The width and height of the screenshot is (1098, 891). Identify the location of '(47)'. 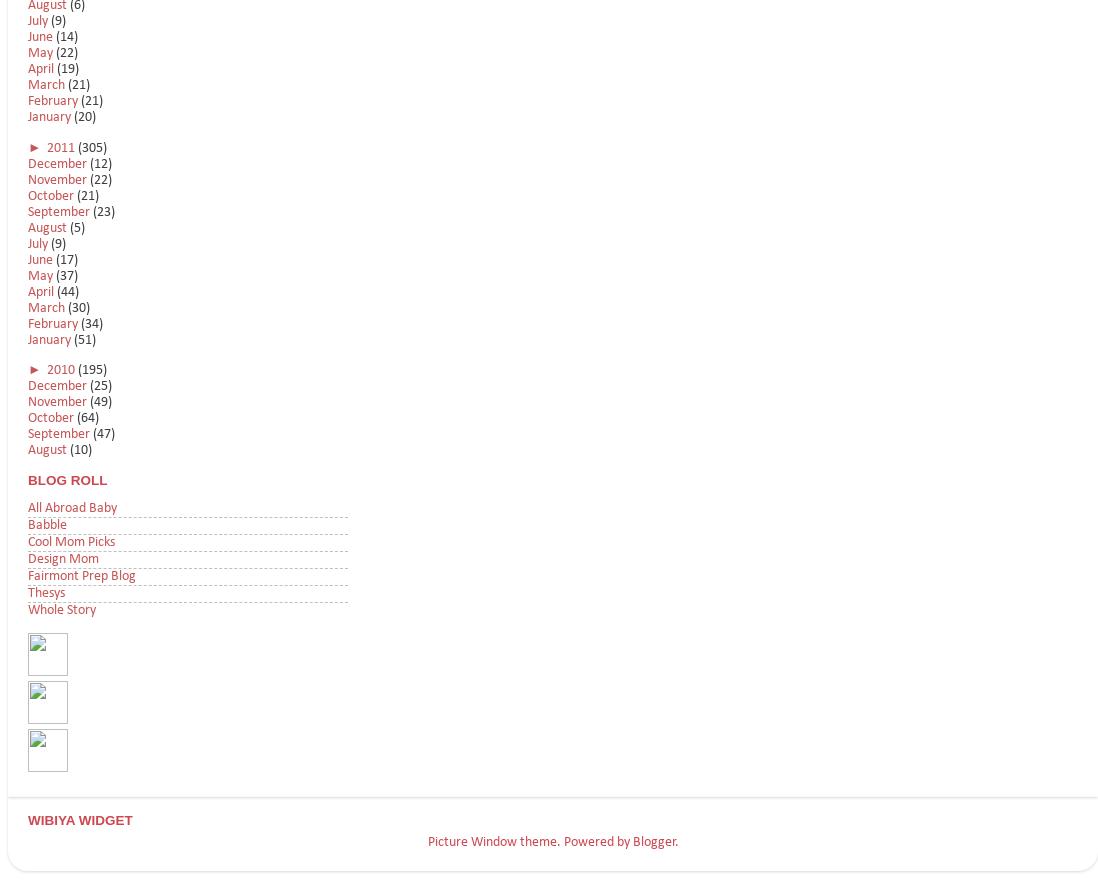
(103, 434).